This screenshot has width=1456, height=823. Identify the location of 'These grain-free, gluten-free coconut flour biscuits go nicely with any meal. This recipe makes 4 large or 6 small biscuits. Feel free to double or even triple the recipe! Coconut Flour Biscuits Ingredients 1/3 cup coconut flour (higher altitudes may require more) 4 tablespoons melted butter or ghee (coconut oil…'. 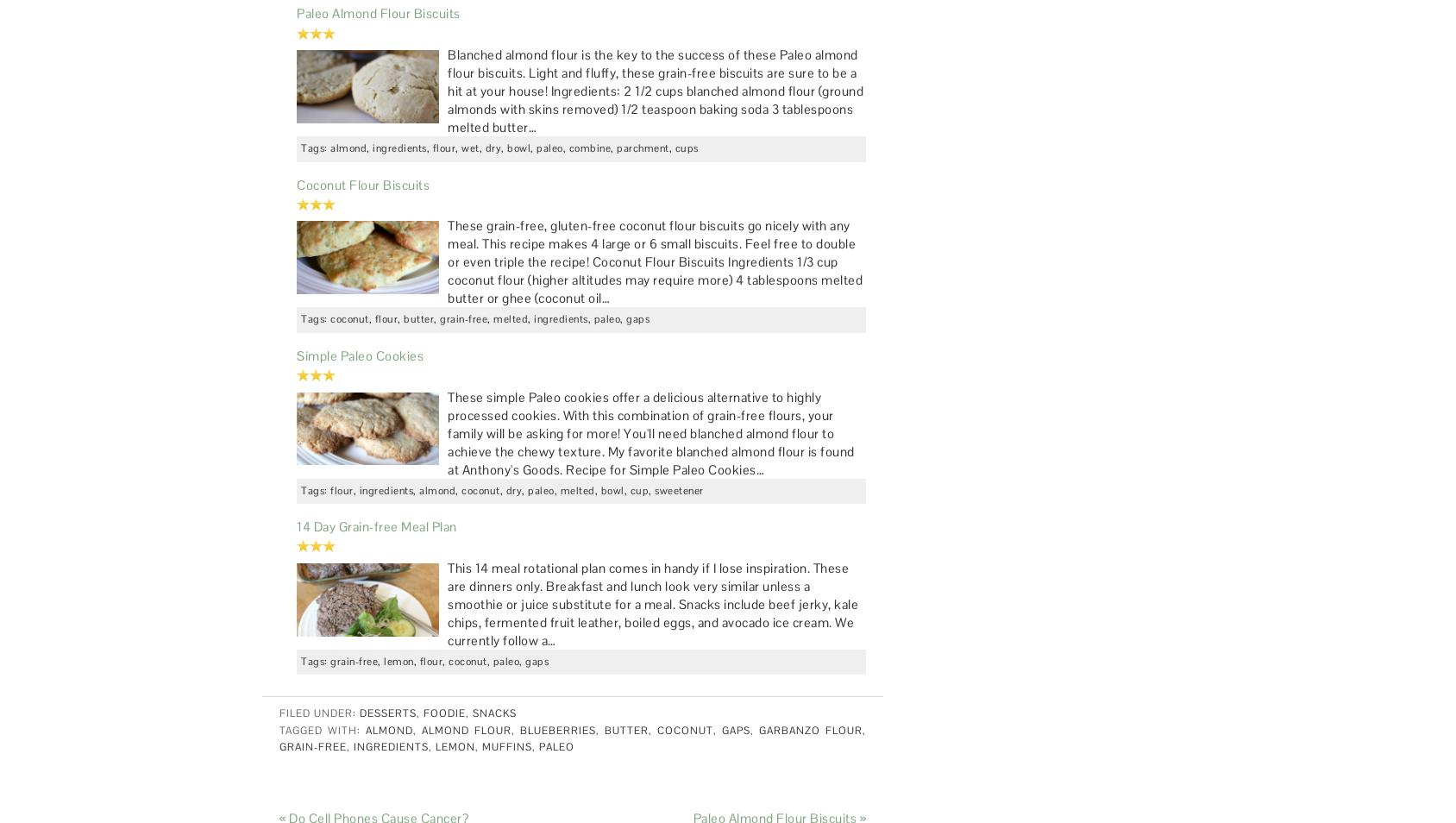
(655, 261).